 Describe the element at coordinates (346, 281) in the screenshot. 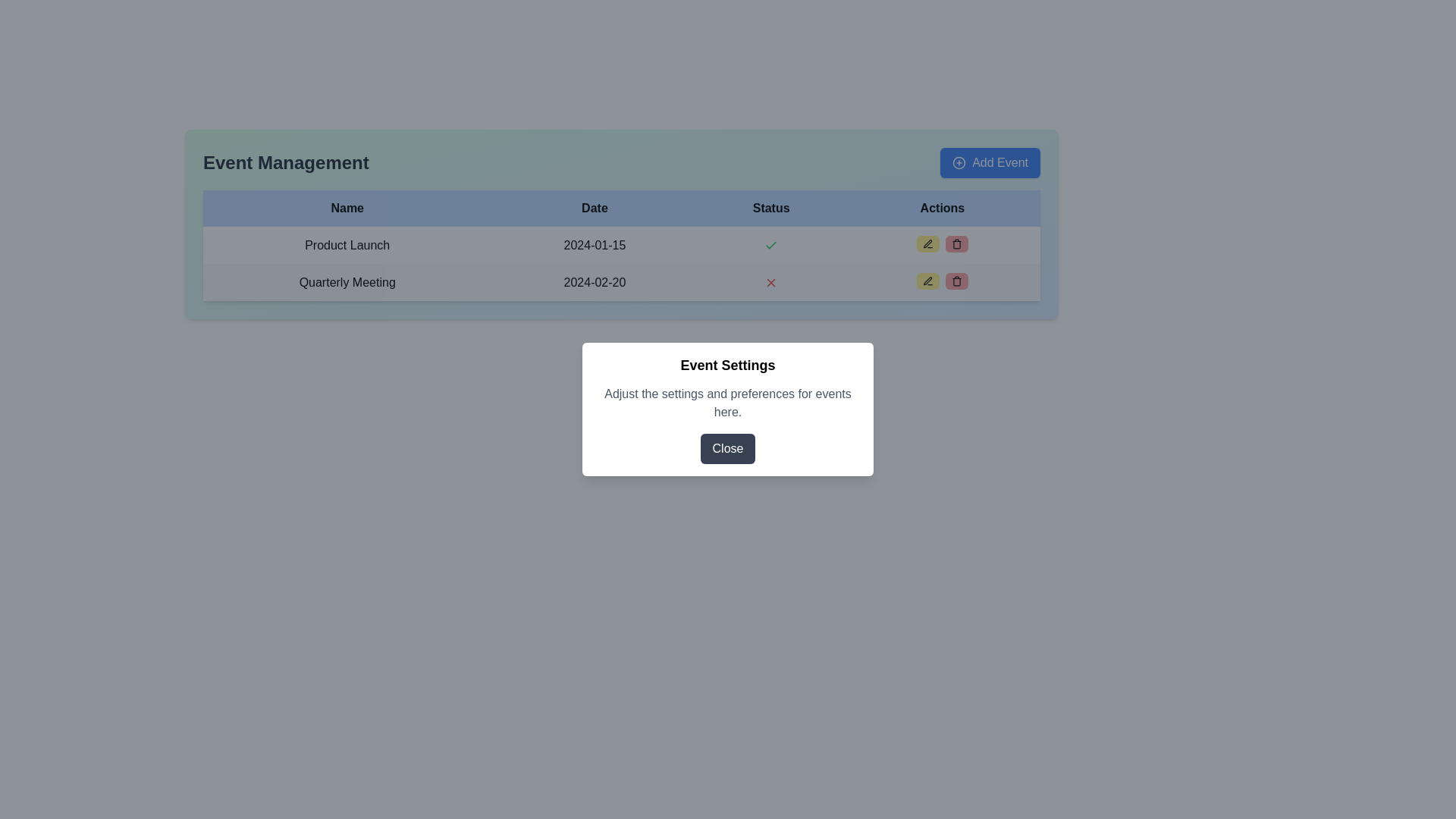

I see `the text of the event name displayed in the first column of the second row of the table` at that location.